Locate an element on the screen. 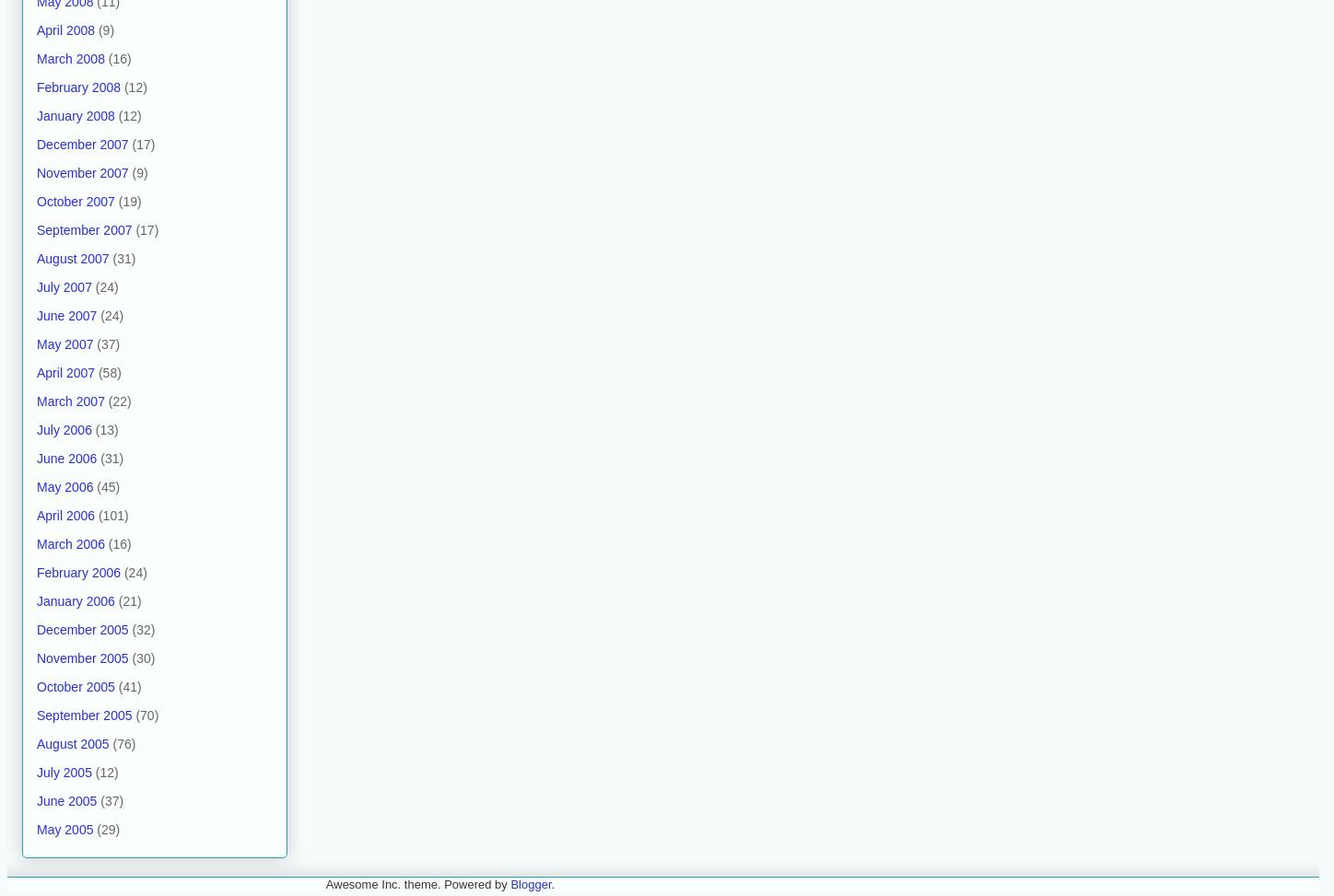 This screenshot has width=1334, height=896. 'July 2007' is located at coordinates (64, 285).